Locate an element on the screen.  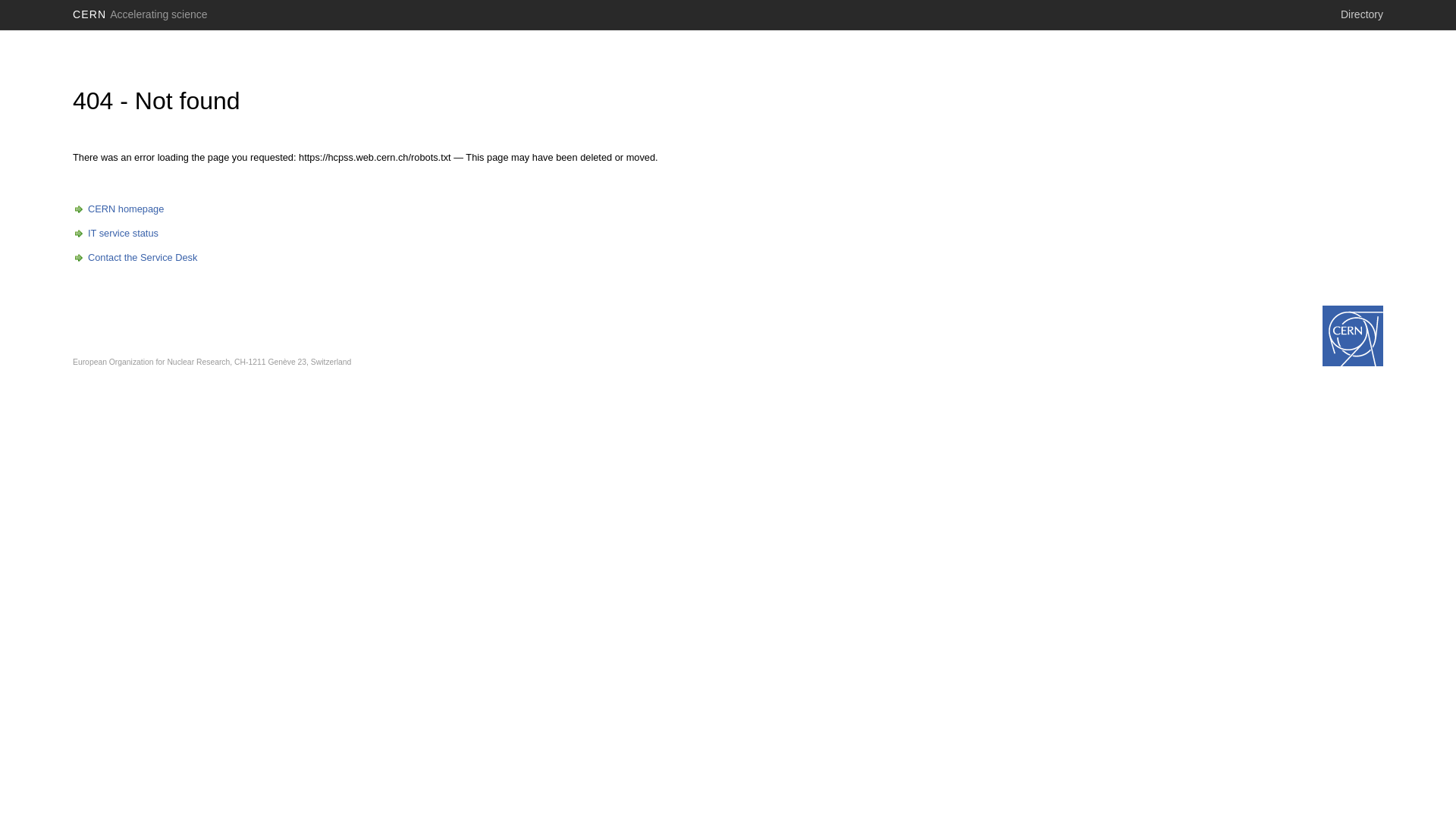
'CERN homepage' is located at coordinates (72, 209).